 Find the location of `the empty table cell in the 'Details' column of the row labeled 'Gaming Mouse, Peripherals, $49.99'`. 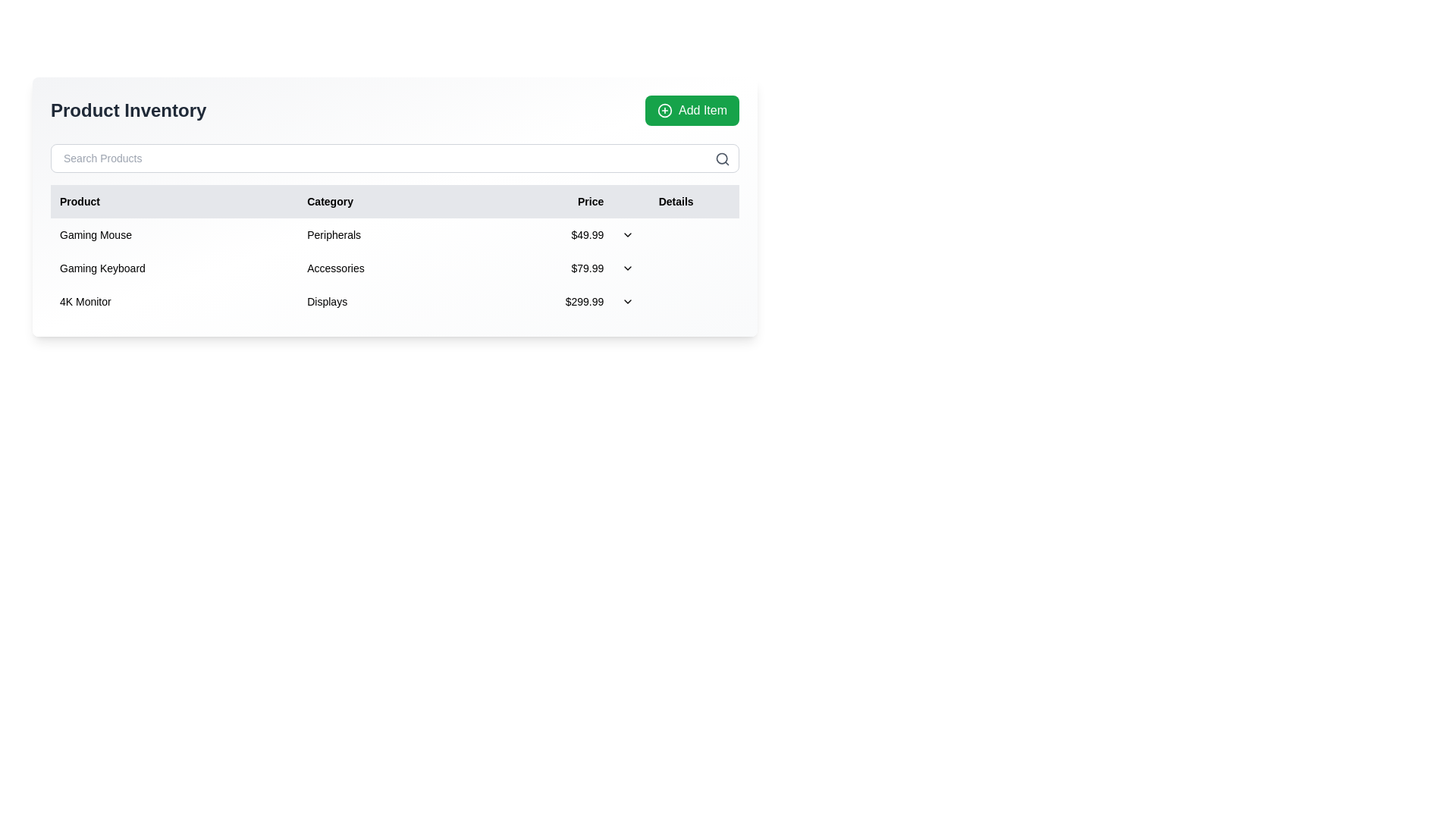

the empty table cell in the 'Details' column of the row labeled 'Gaming Mouse, Peripherals, $49.99' is located at coordinates (675, 234).